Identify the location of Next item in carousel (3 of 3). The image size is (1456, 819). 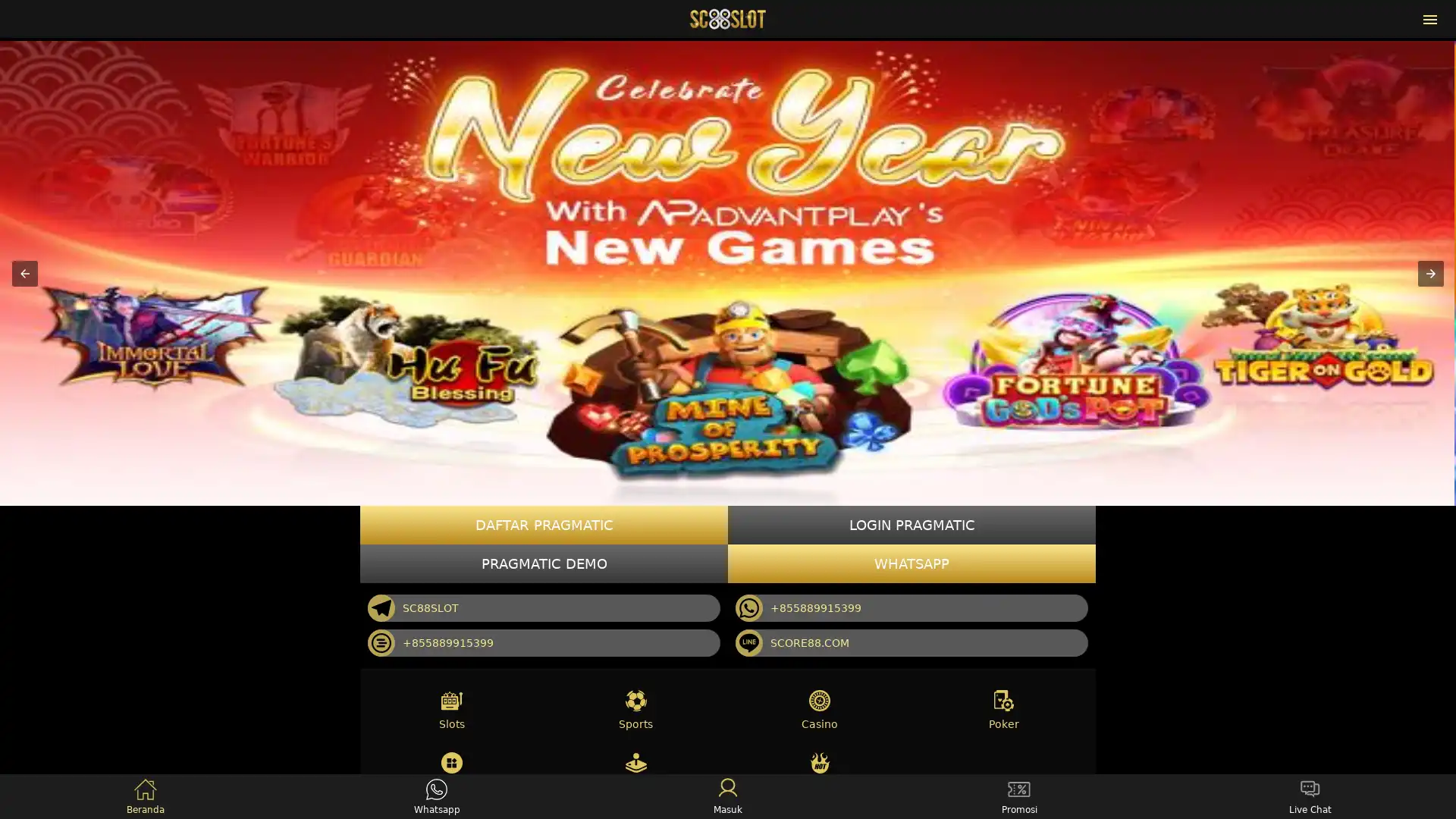
(1429, 271).